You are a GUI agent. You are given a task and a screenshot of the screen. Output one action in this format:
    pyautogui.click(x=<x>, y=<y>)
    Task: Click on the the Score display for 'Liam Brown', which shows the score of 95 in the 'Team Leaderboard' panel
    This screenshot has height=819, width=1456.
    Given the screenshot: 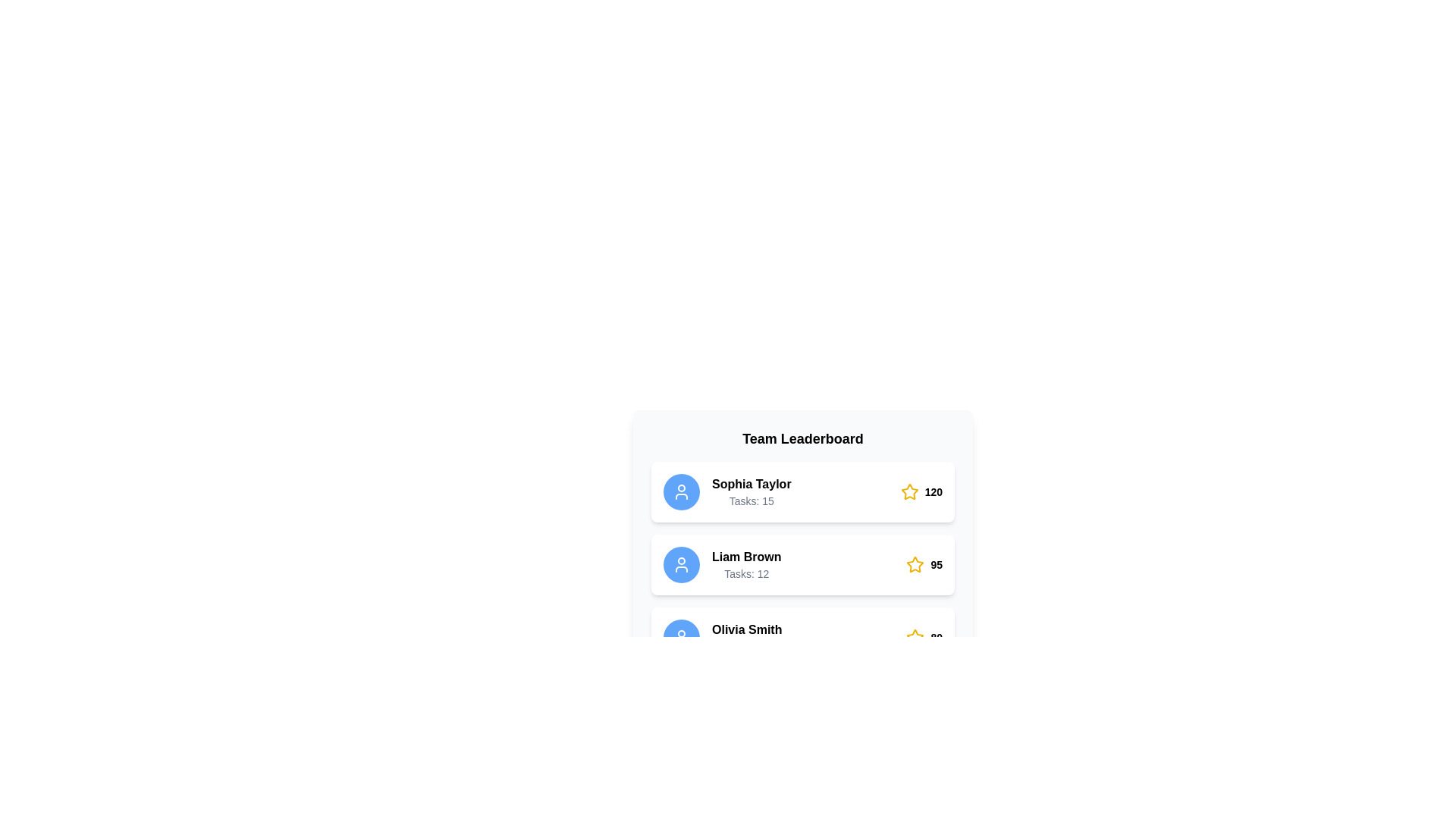 What is the action you would take?
    pyautogui.click(x=924, y=564)
    